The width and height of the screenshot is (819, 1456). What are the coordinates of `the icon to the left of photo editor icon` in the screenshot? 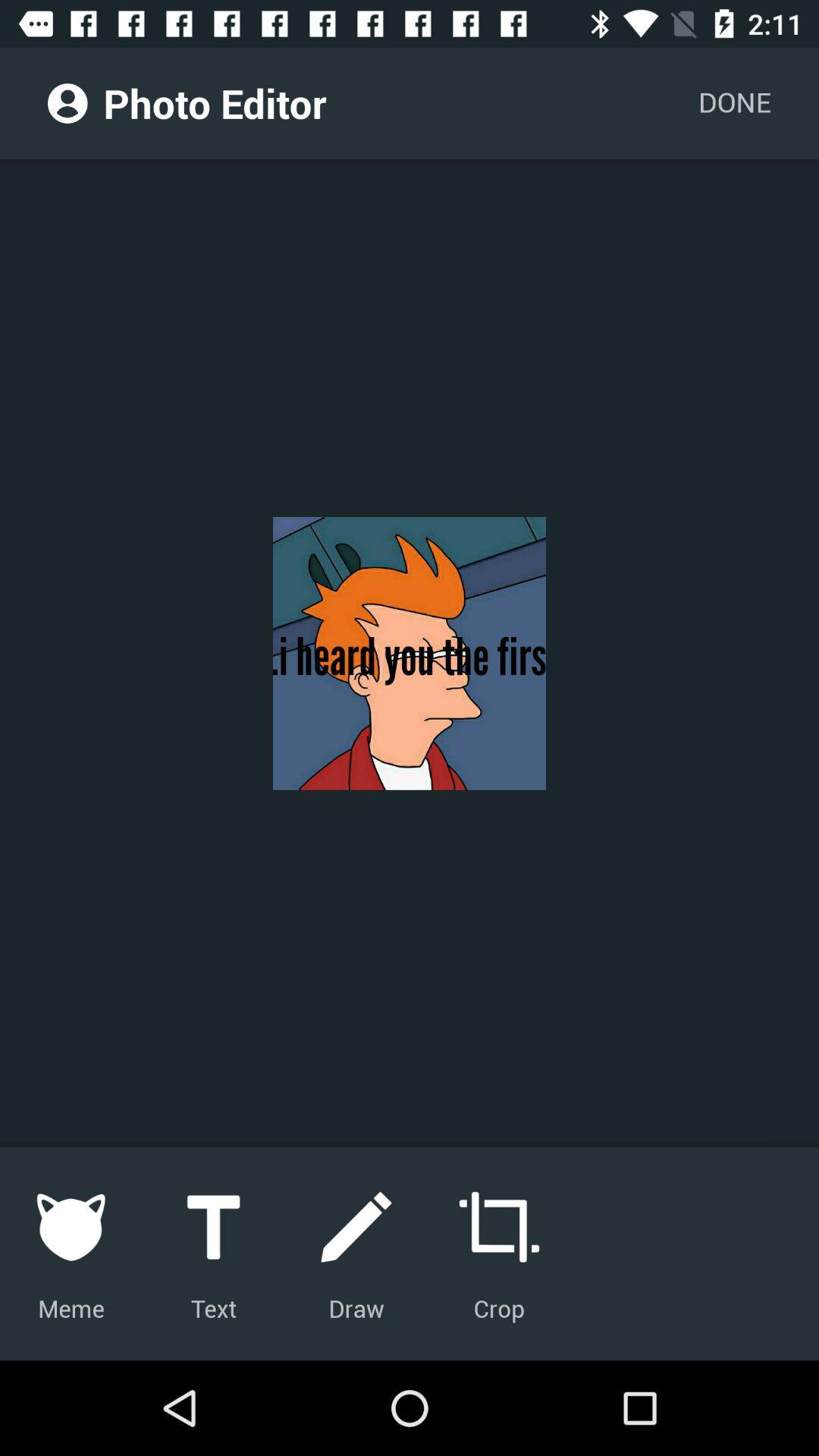 It's located at (67, 102).